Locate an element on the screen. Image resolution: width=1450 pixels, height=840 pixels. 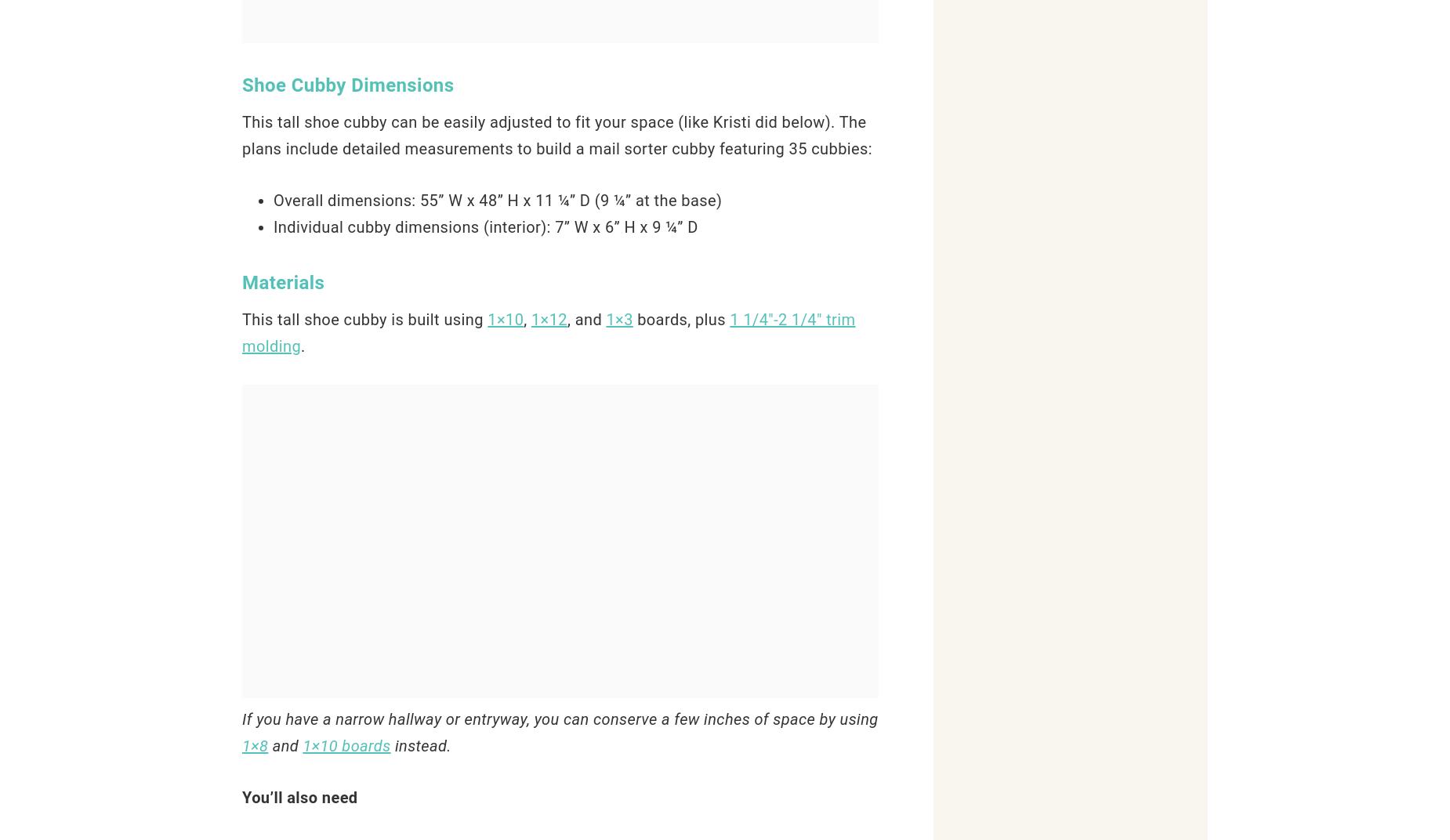
'Individual cubby dimensions (interior): 7” W x 6” H x 9 ¼” D' is located at coordinates (485, 226).